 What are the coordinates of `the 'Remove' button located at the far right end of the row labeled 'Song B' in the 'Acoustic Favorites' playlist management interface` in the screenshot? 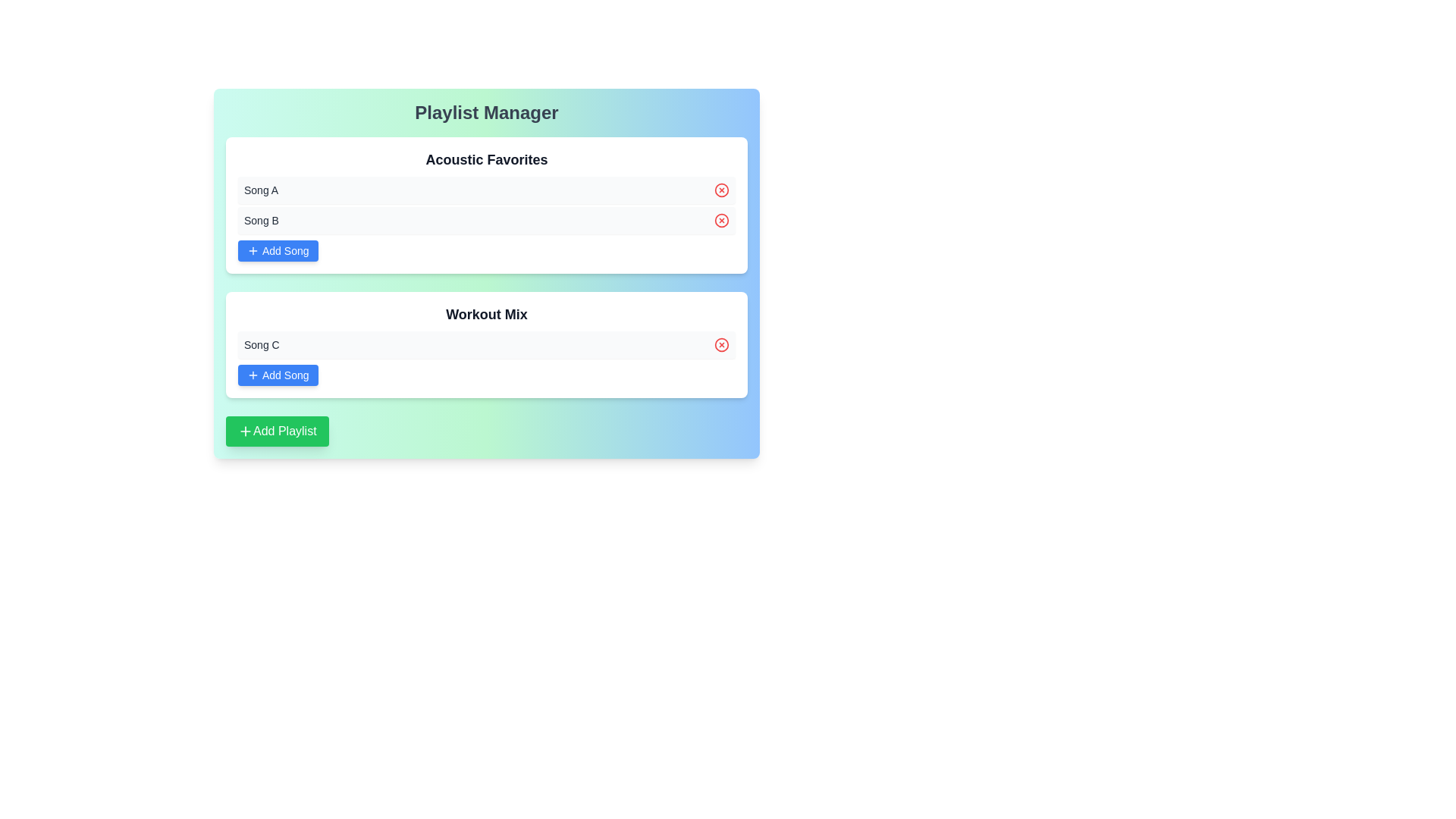 It's located at (720, 220).